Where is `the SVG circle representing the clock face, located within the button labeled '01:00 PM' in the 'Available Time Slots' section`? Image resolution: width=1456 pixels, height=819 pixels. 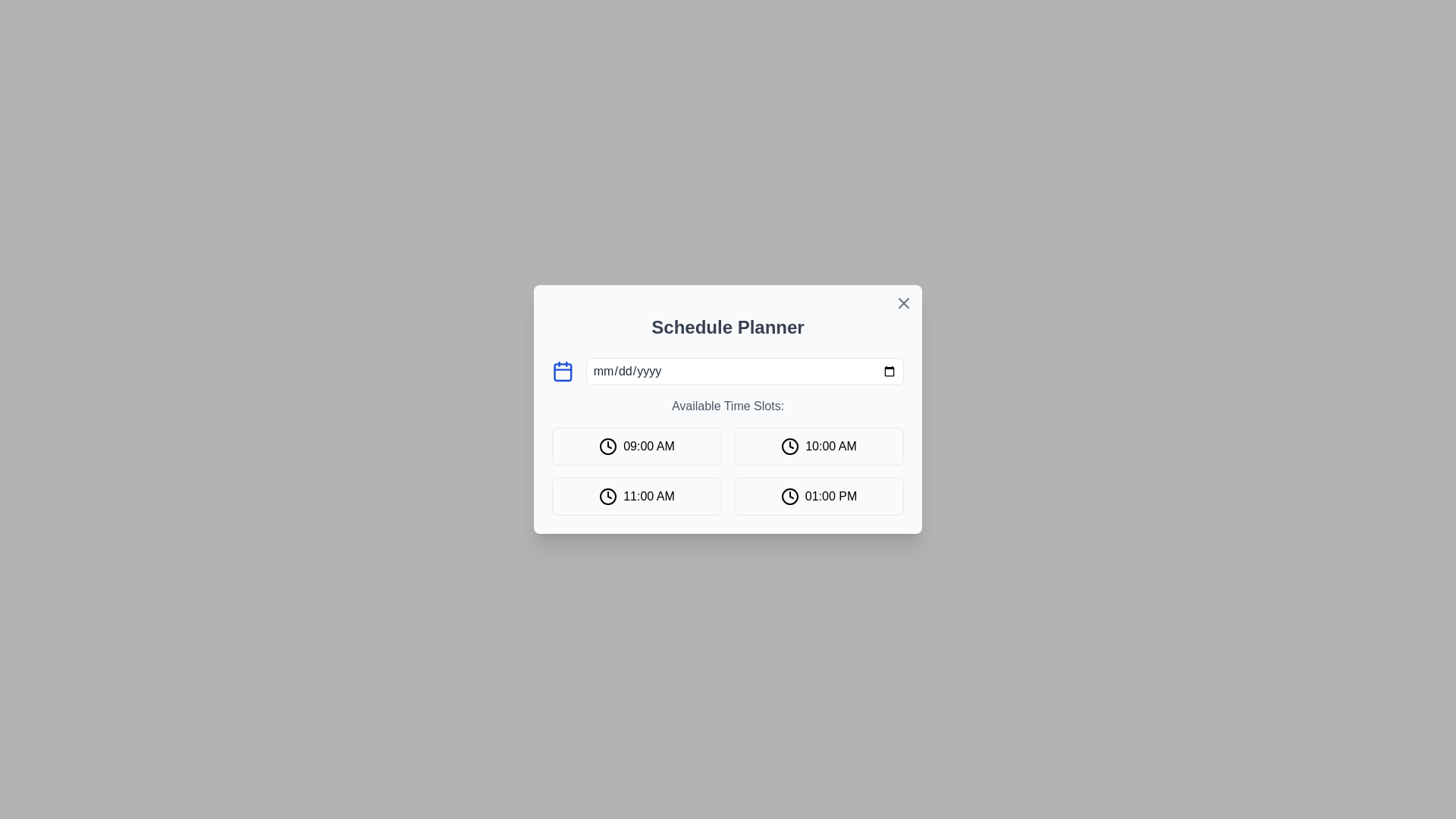 the SVG circle representing the clock face, located within the button labeled '01:00 PM' in the 'Available Time Slots' section is located at coordinates (789, 497).